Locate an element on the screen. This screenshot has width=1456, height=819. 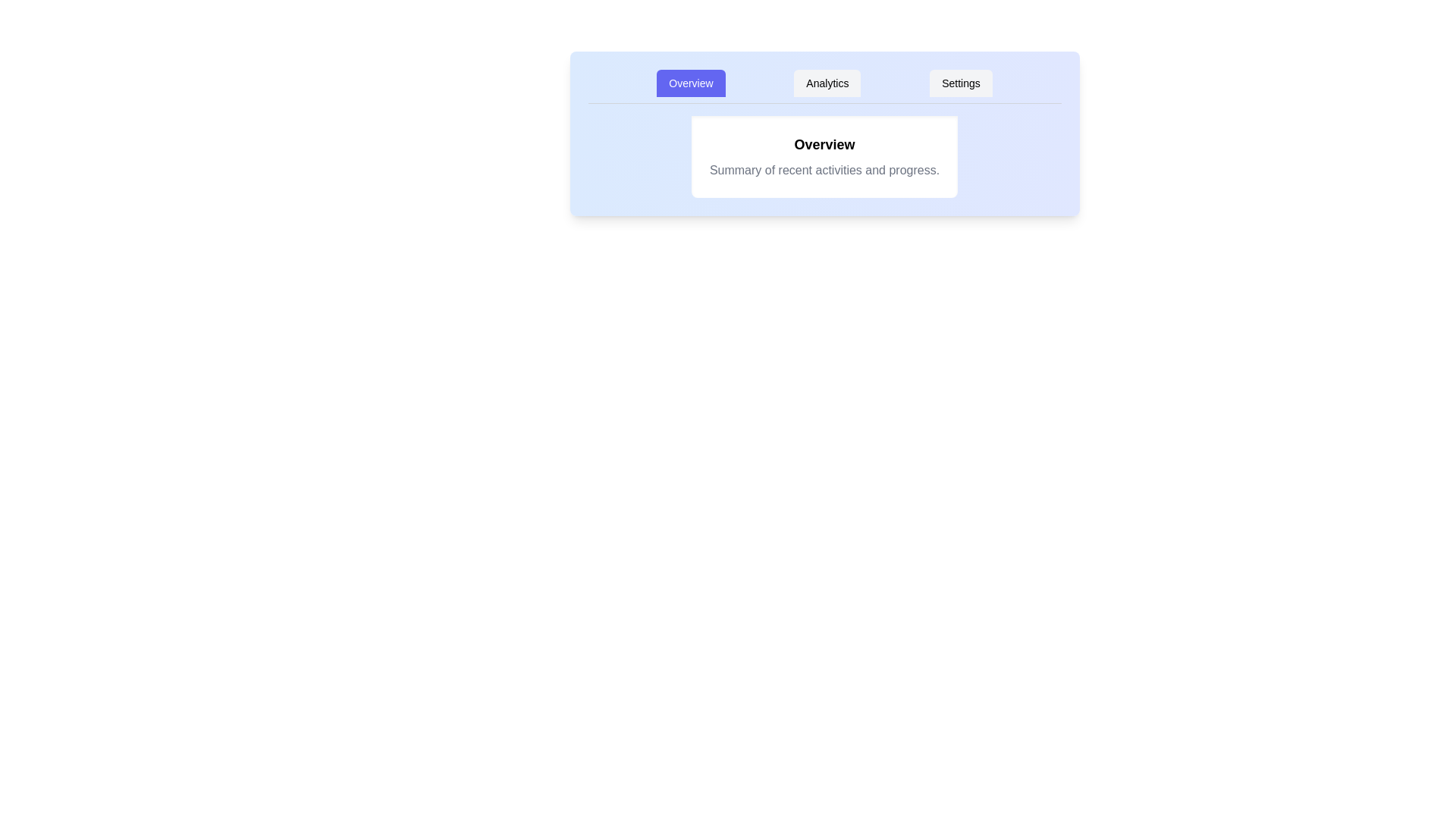
the Analytics tab by clicking on its button is located at coordinates (826, 83).